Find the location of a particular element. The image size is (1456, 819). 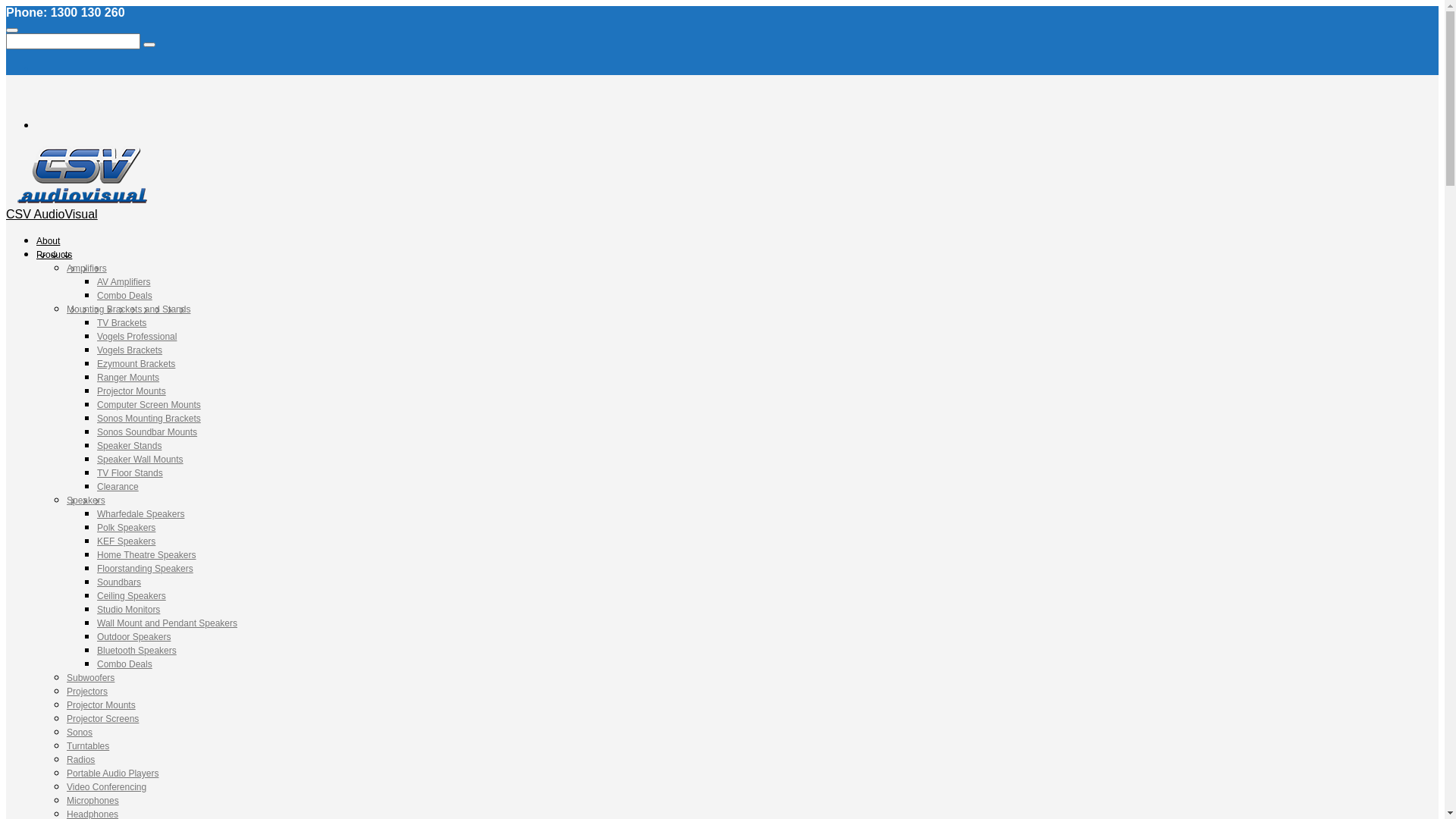

'KEF Speakers' is located at coordinates (126, 540).